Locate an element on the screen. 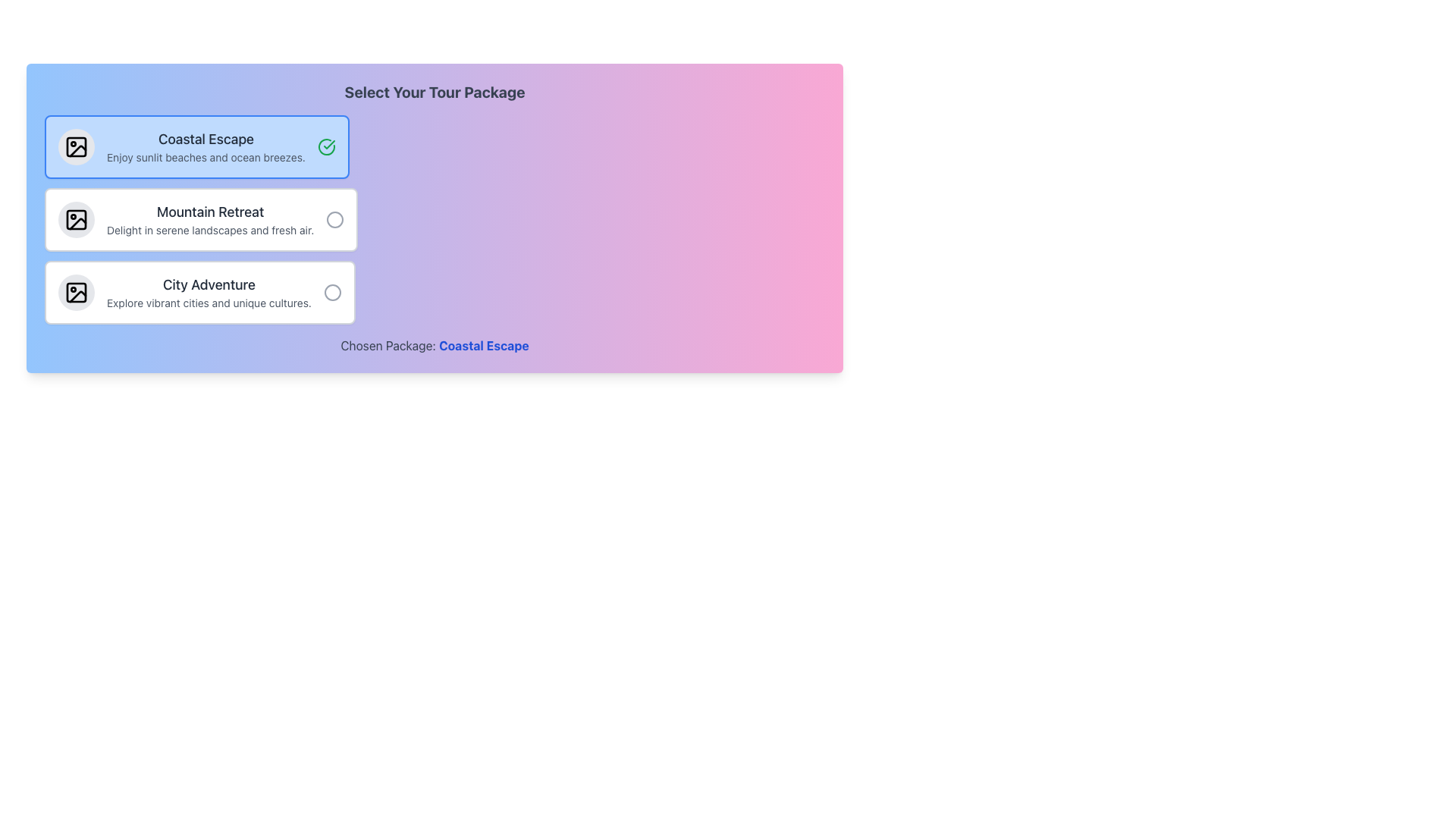 The height and width of the screenshot is (819, 1456). the descriptive text that reads 'Enjoy sunlit beaches and ocean breezes,' which is styled in a smaller font size and lighter gray color, positioned below the title 'Coastal Escape.' is located at coordinates (205, 158).